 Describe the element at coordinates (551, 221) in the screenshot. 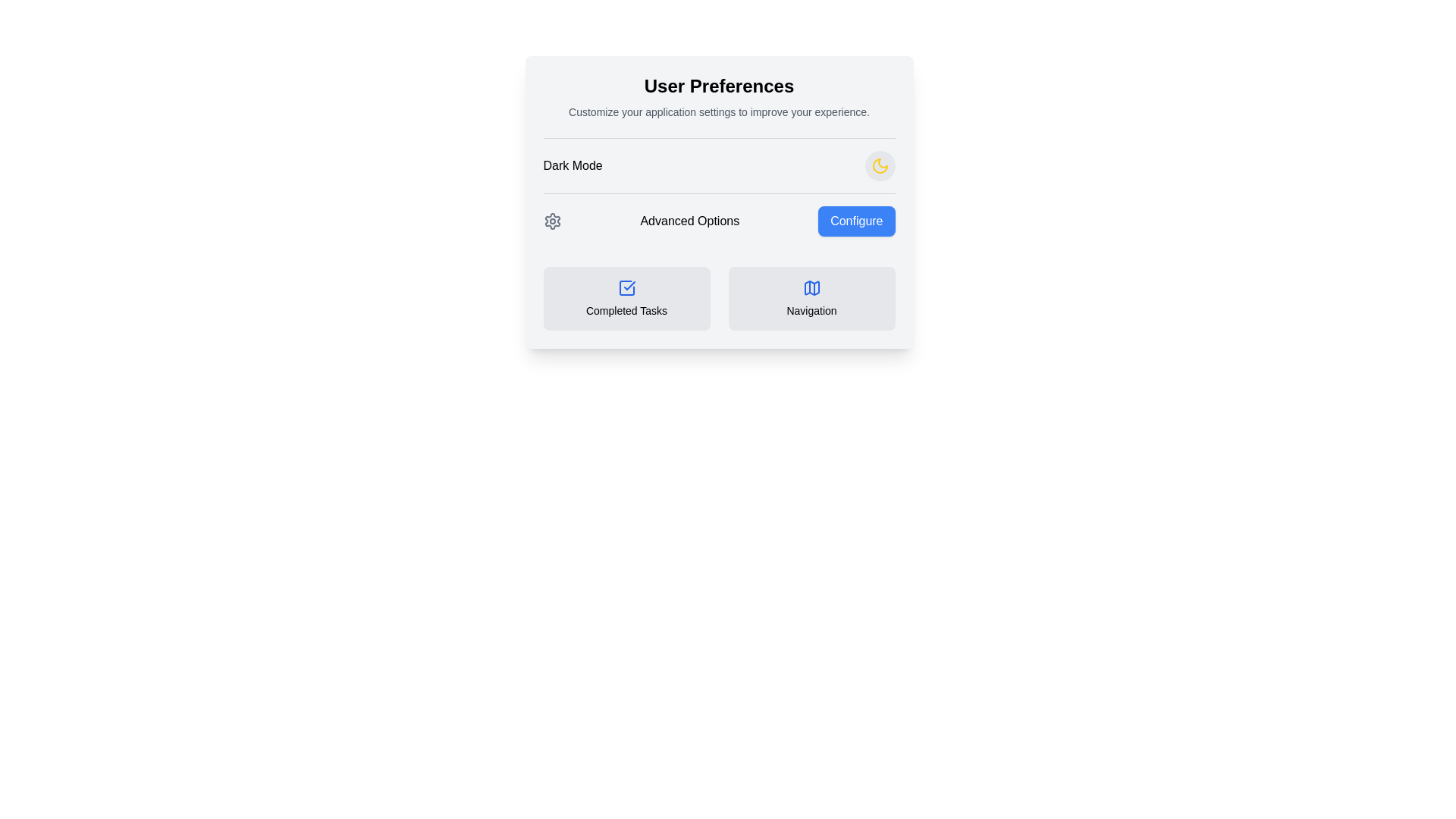

I see `the gear icon representing settings, located next to the 'Advanced Options' label` at that location.